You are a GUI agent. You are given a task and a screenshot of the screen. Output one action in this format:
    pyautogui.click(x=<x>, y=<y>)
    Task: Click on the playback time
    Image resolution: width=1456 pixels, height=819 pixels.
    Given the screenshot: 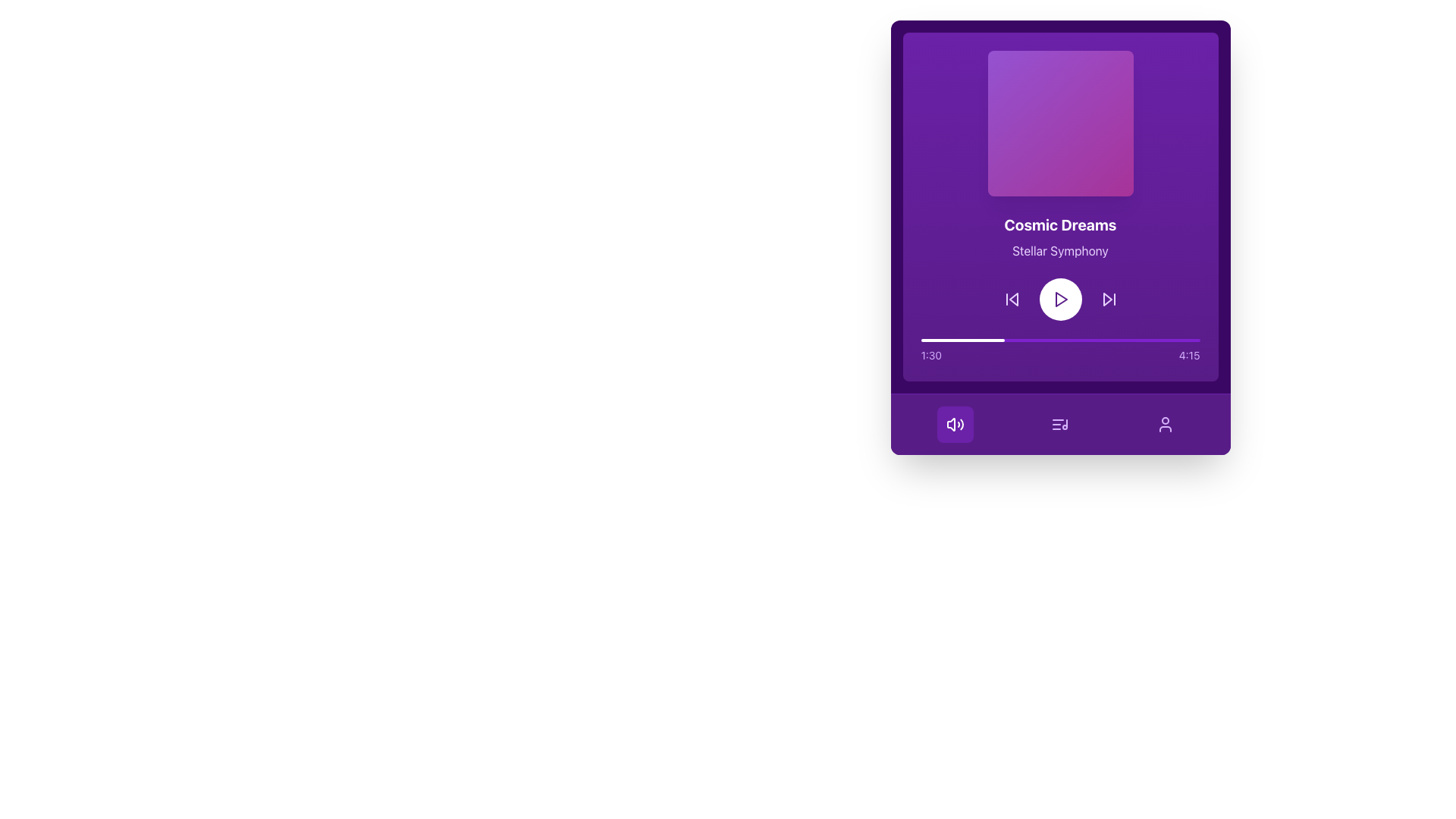 What is the action you would take?
    pyautogui.click(x=1077, y=339)
    